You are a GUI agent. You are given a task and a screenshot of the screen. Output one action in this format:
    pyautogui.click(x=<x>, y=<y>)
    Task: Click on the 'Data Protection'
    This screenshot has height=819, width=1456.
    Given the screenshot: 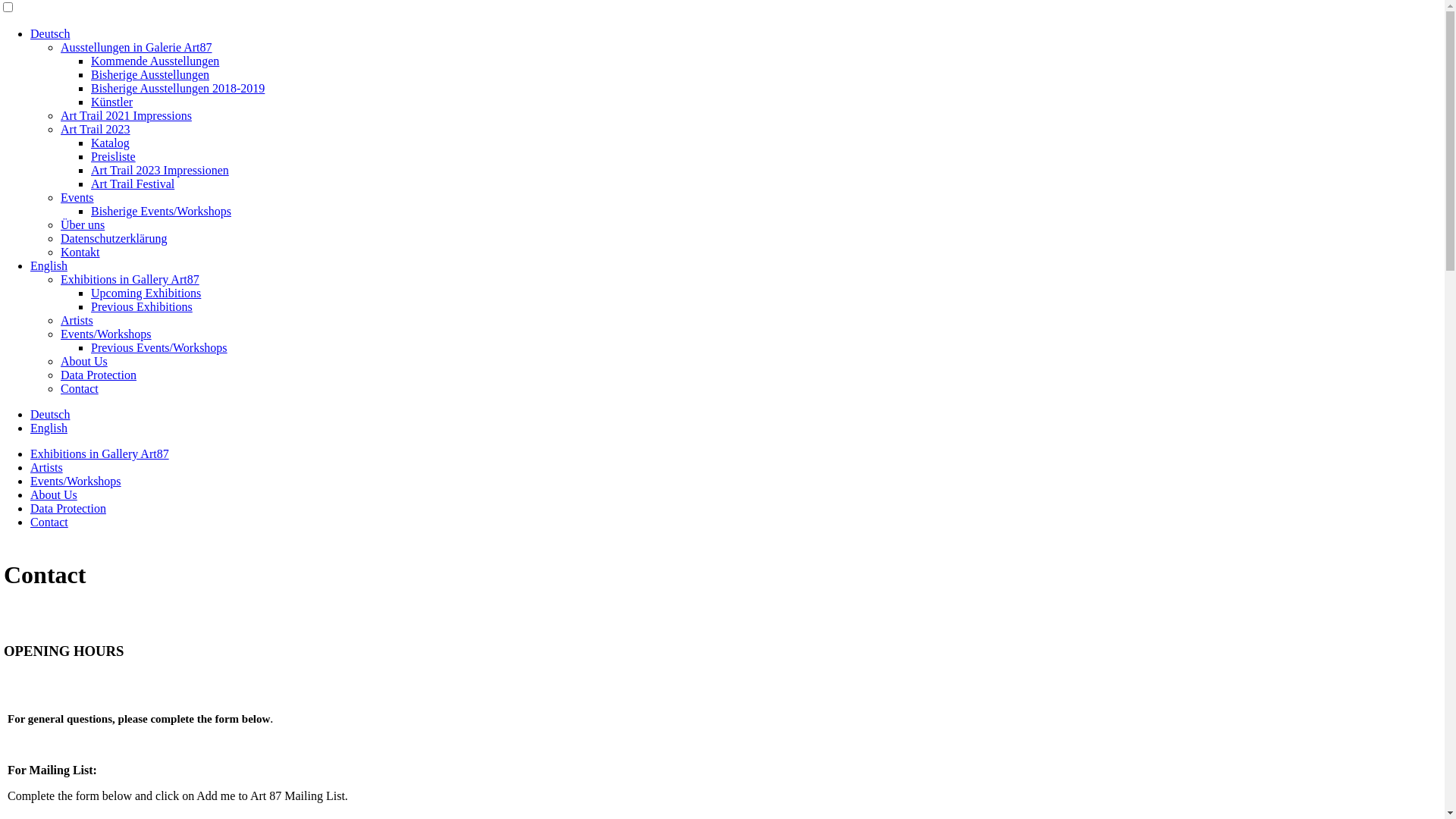 What is the action you would take?
    pyautogui.click(x=61, y=375)
    